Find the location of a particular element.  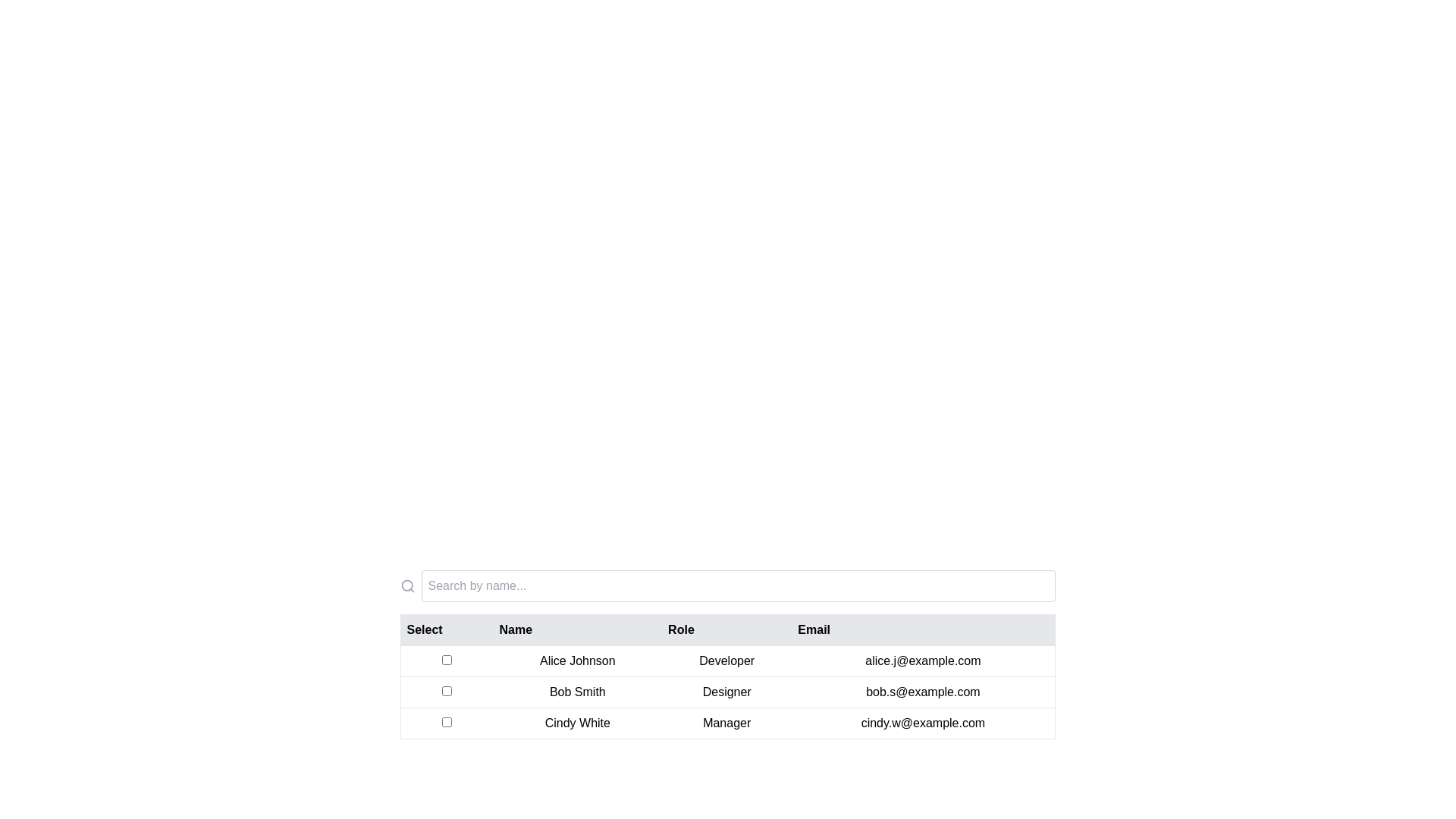

the static label indicating the role of 'Alice Johnson' in the table under the 'Role' column is located at coordinates (726, 660).